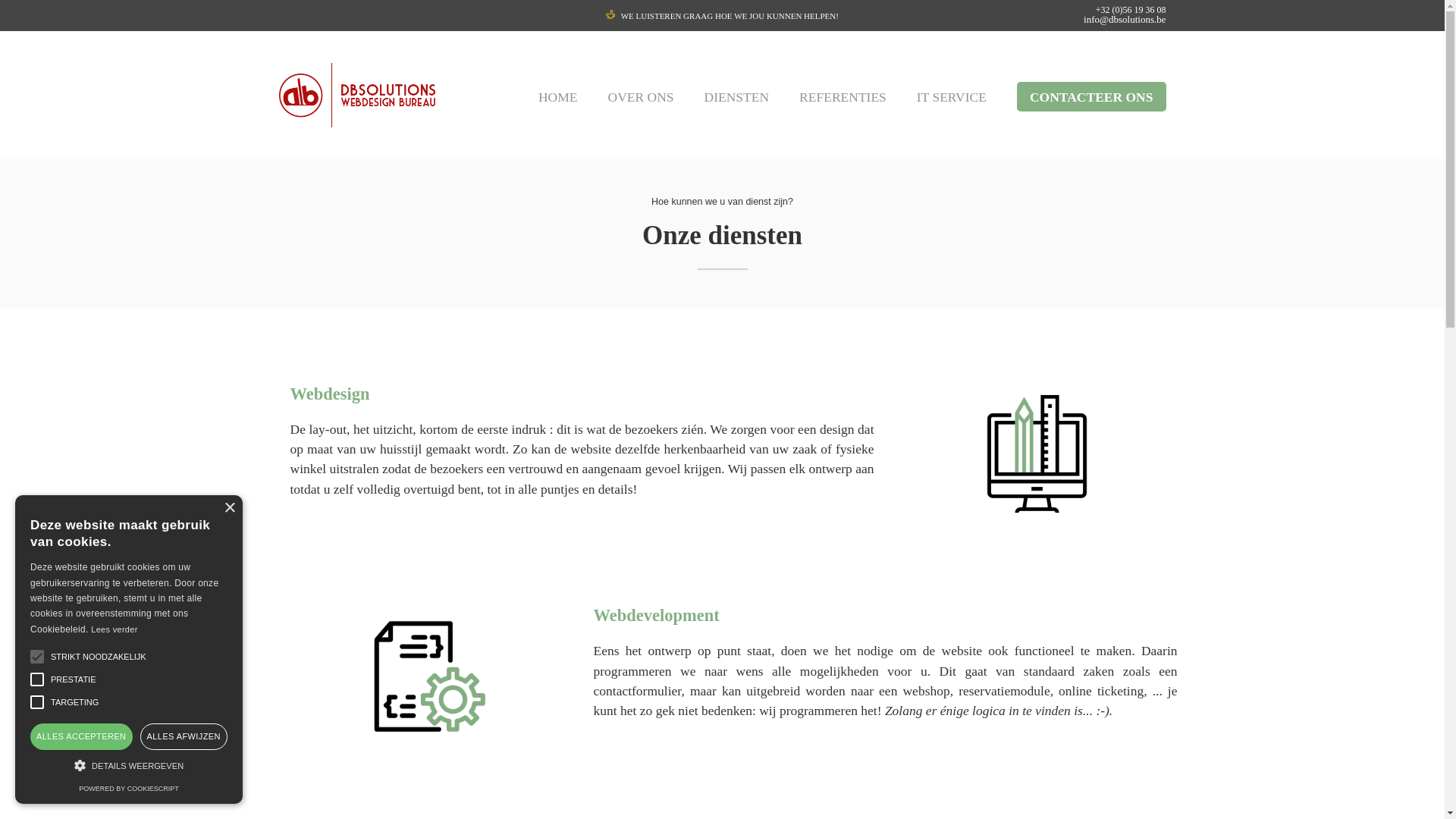  What do you see at coordinates (950, 96) in the screenshot?
I see `'IT SERVICE'` at bounding box center [950, 96].